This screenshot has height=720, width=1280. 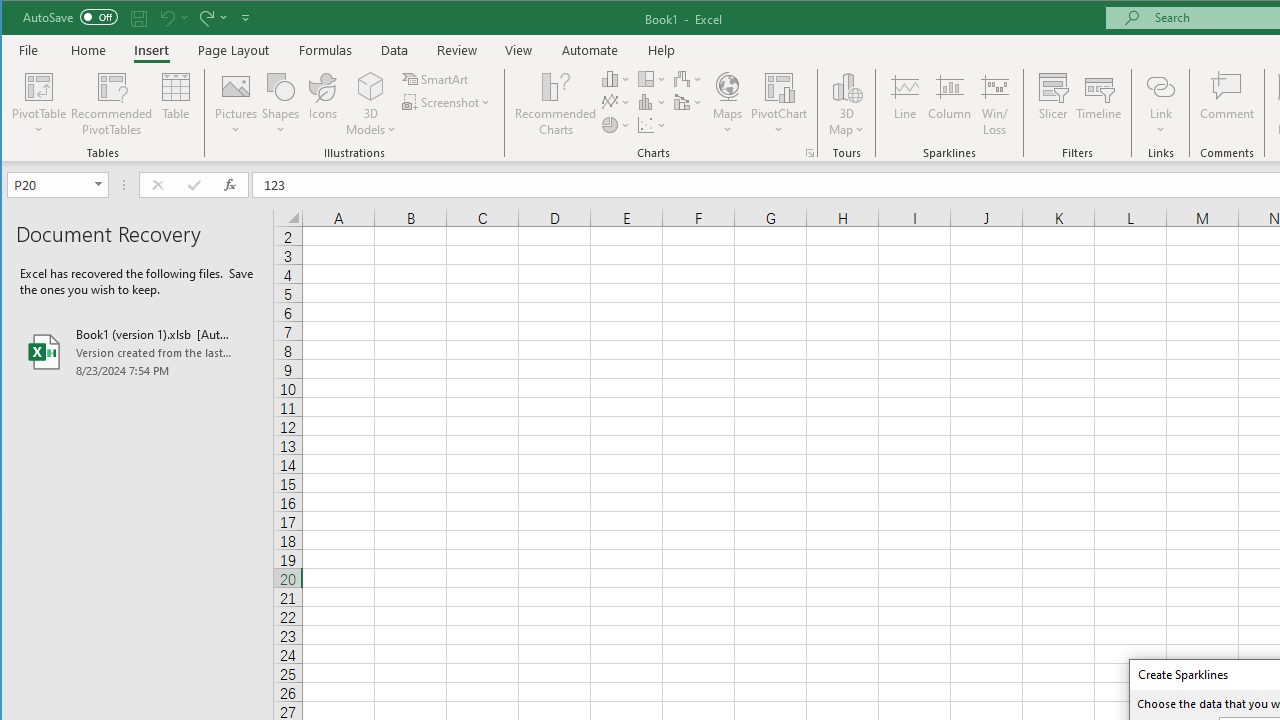 I want to click on 'Insert', so click(x=150, y=49).